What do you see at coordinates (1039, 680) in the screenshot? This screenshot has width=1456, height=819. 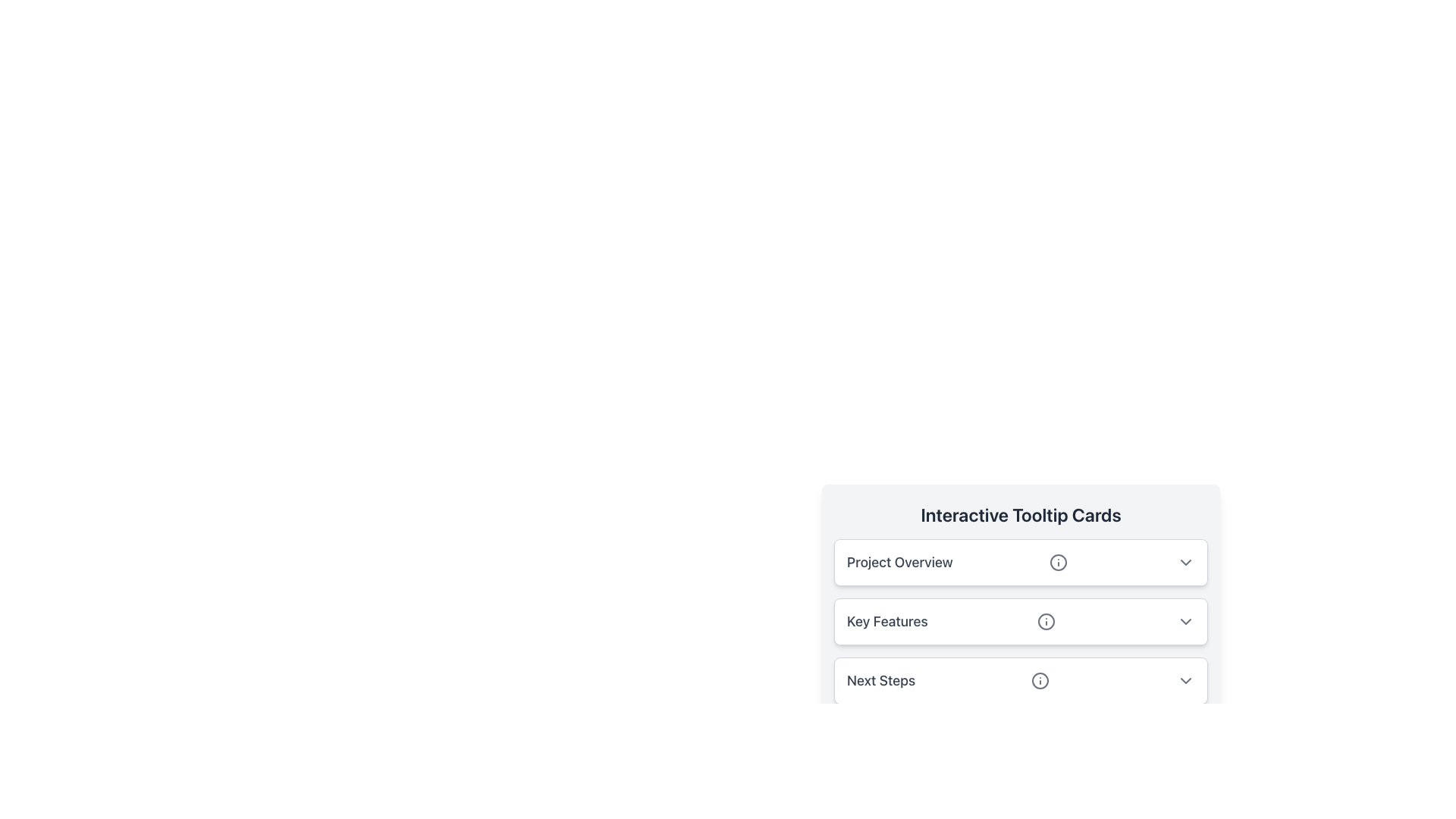 I see `the icon button that displays additional information about the 'Next Steps' section, located to the left of the chevron icon` at bounding box center [1039, 680].